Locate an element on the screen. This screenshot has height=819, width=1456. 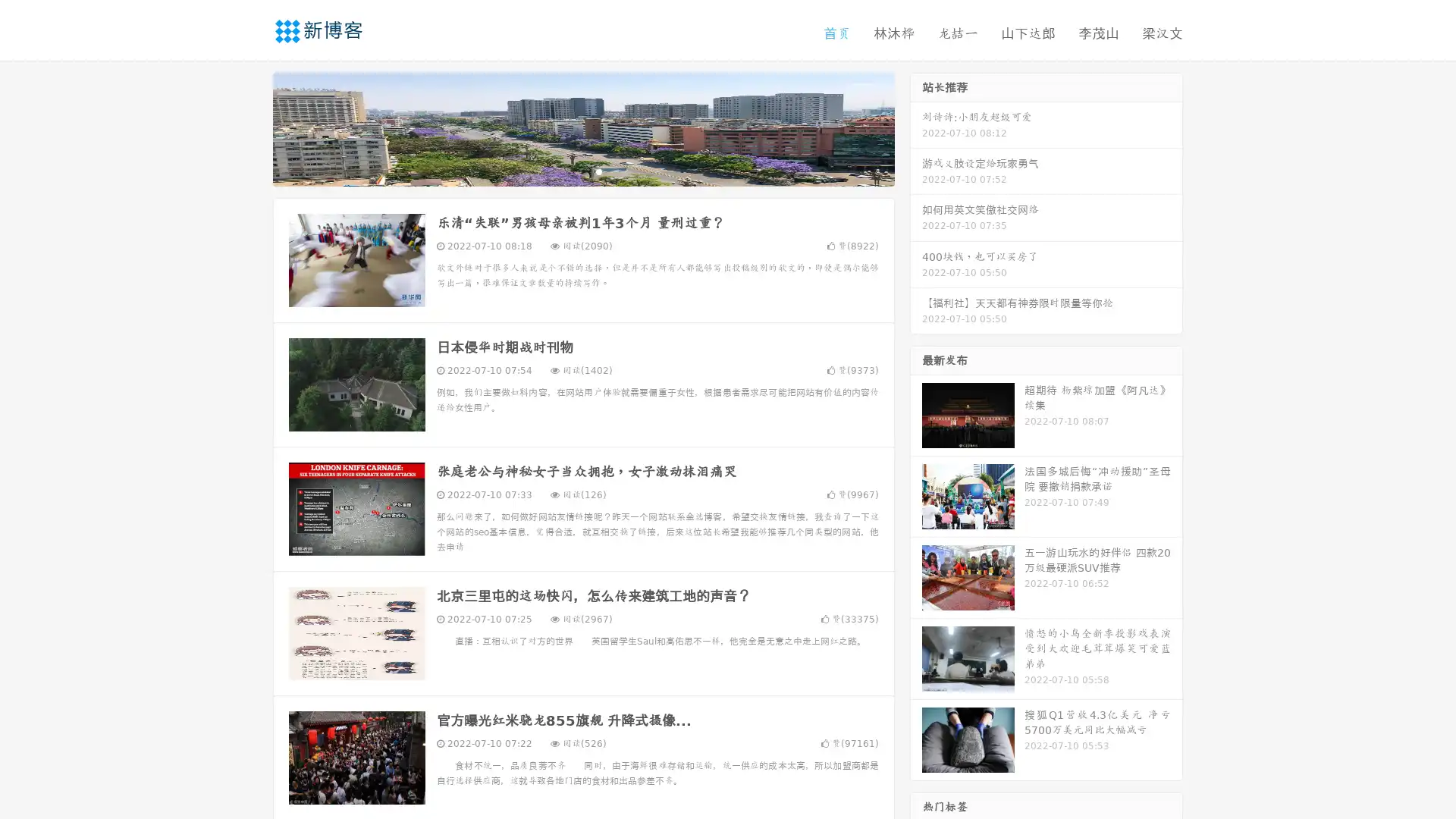
Go to slide 2 is located at coordinates (582, 171).